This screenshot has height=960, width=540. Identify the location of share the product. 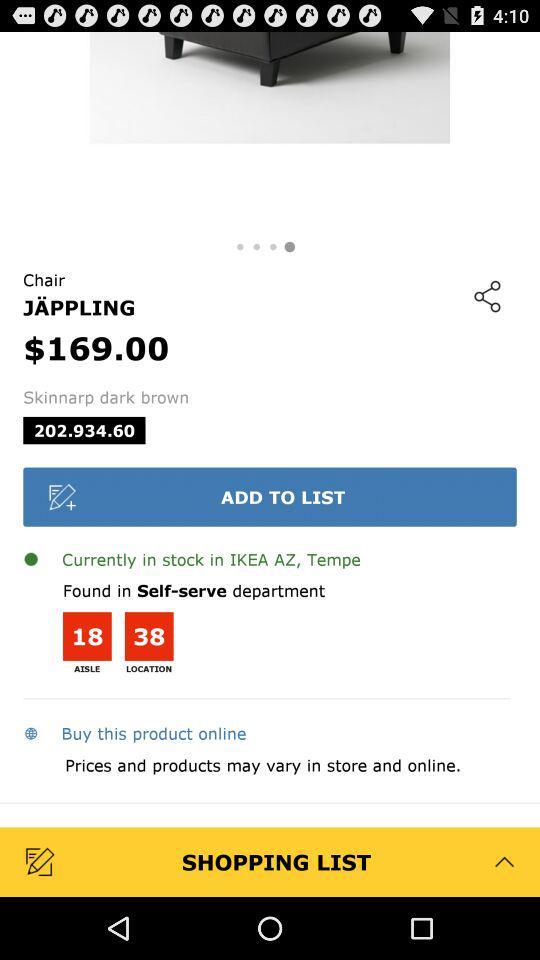
(486, 295).